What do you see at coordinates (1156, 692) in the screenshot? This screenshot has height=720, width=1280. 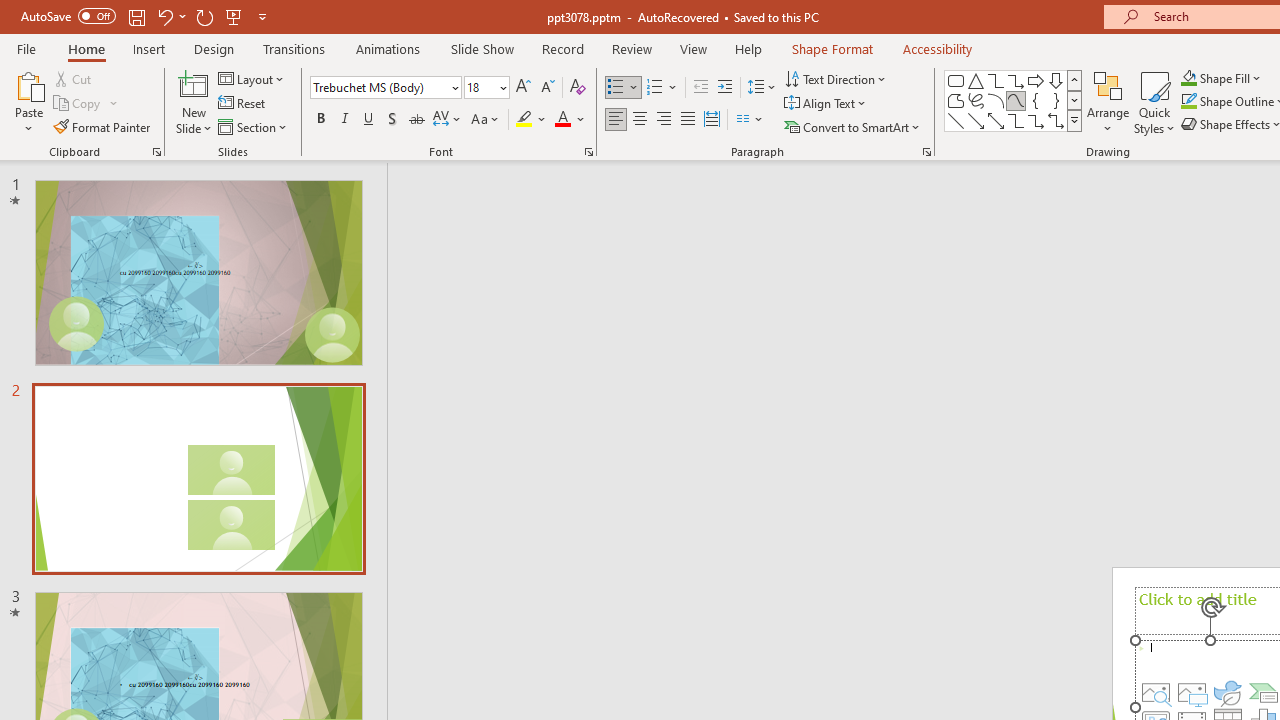 I see `'Stock Images'` at bounding box center [1156, 692].